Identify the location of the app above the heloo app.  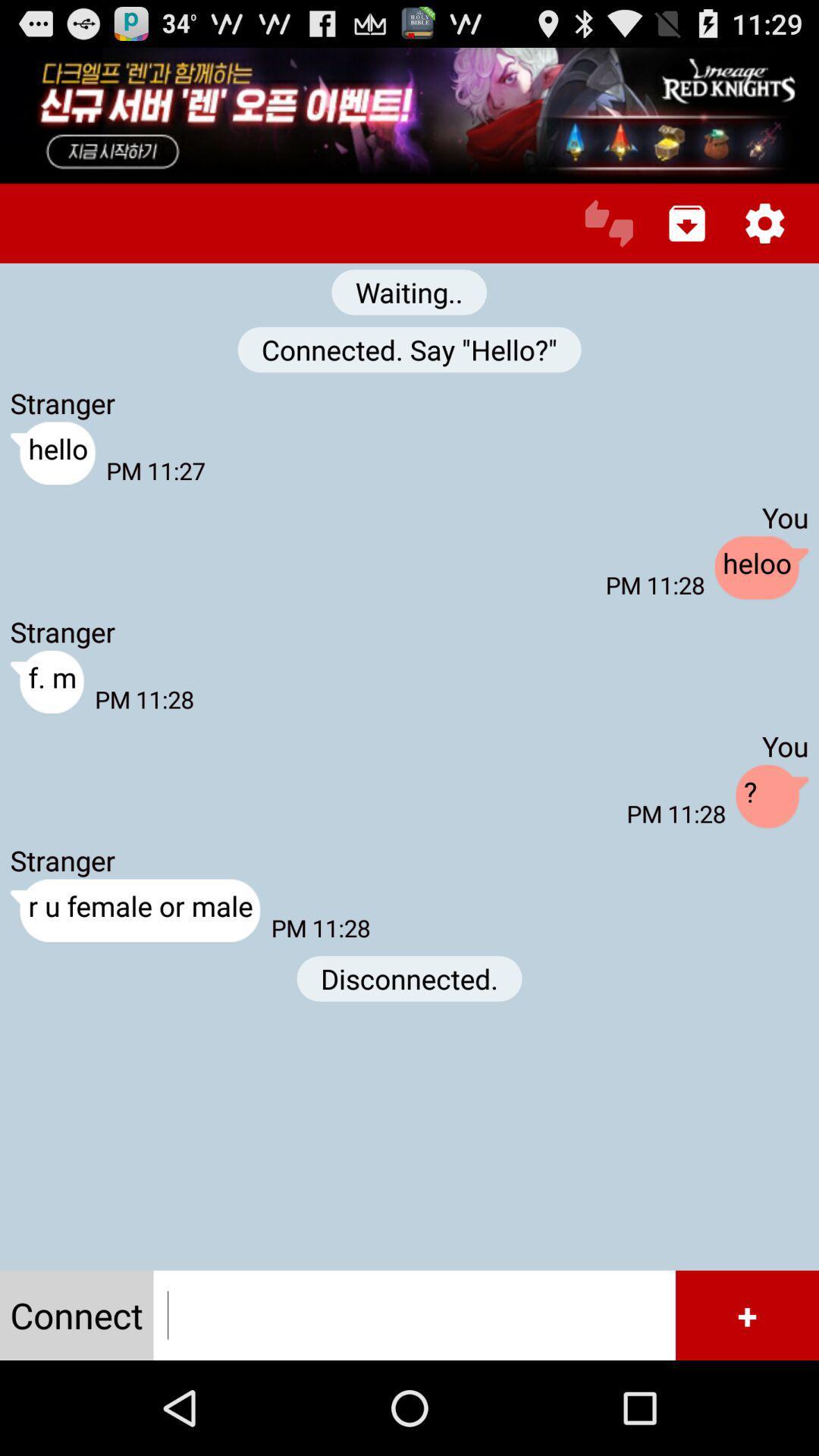
(687, 222).